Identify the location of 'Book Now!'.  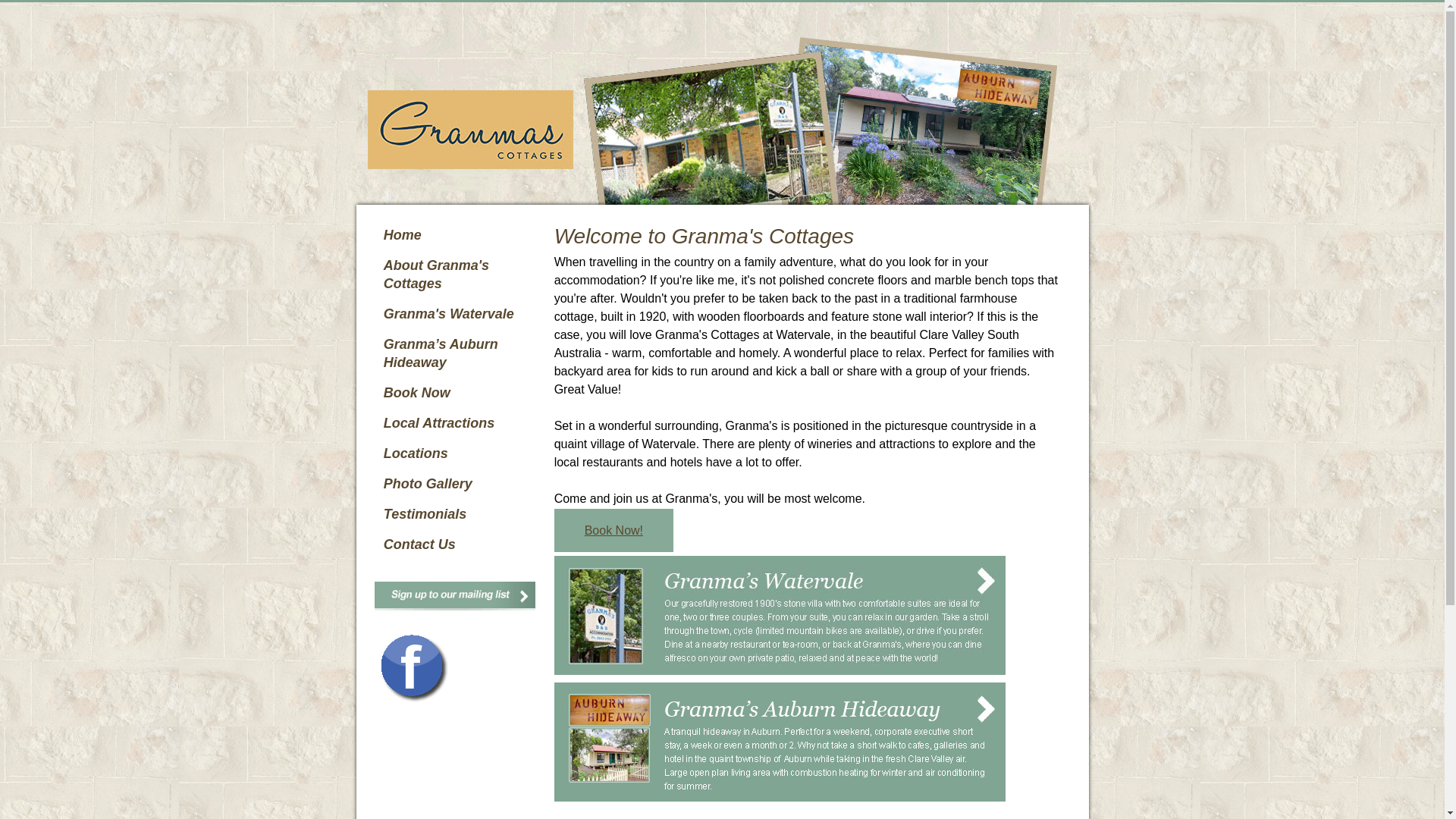
(613, 529).